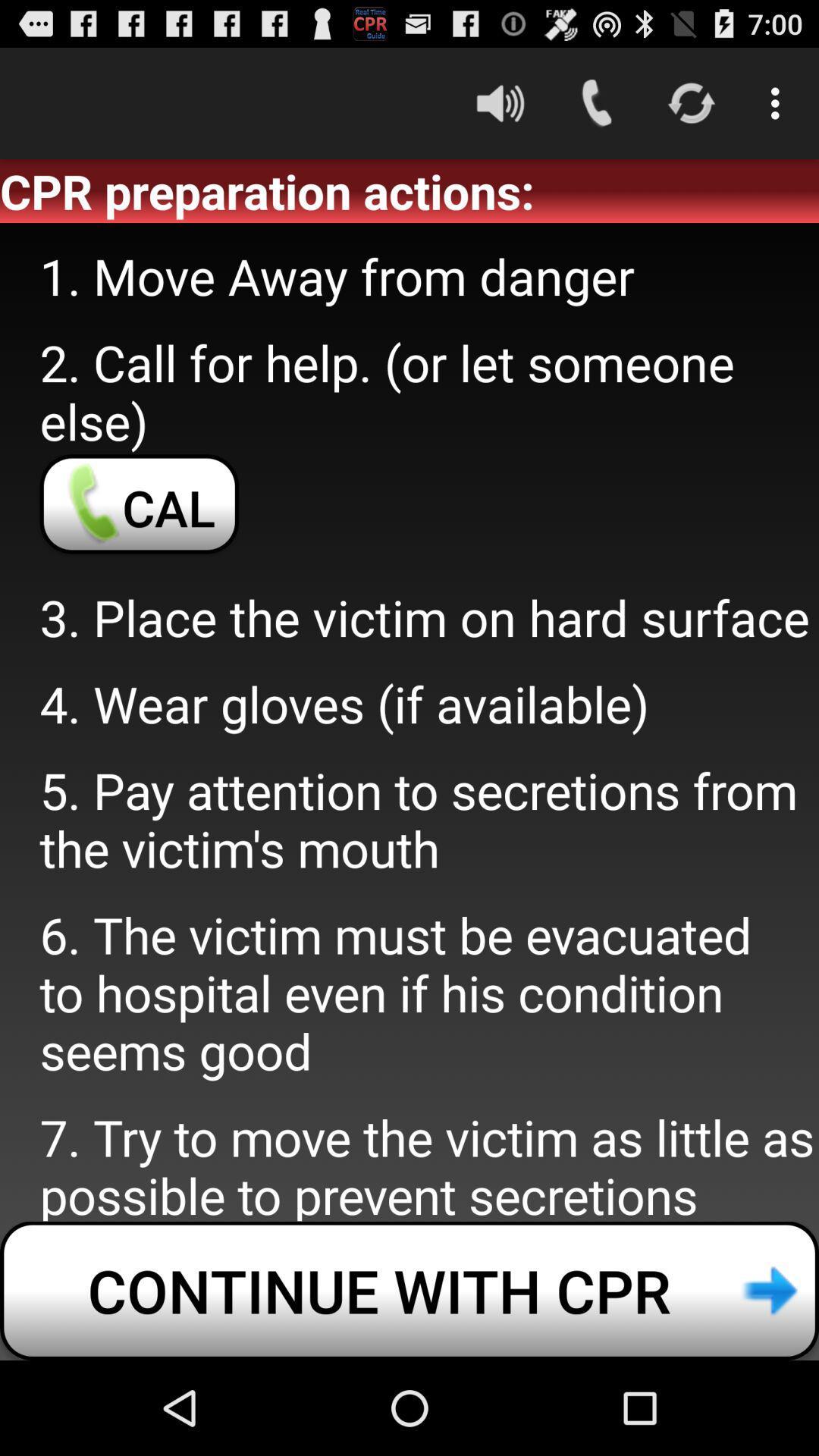  Describe the element at coordinates (409, 1290) in the screenshot. I see `the icon below the 7 try to icon` at that location.